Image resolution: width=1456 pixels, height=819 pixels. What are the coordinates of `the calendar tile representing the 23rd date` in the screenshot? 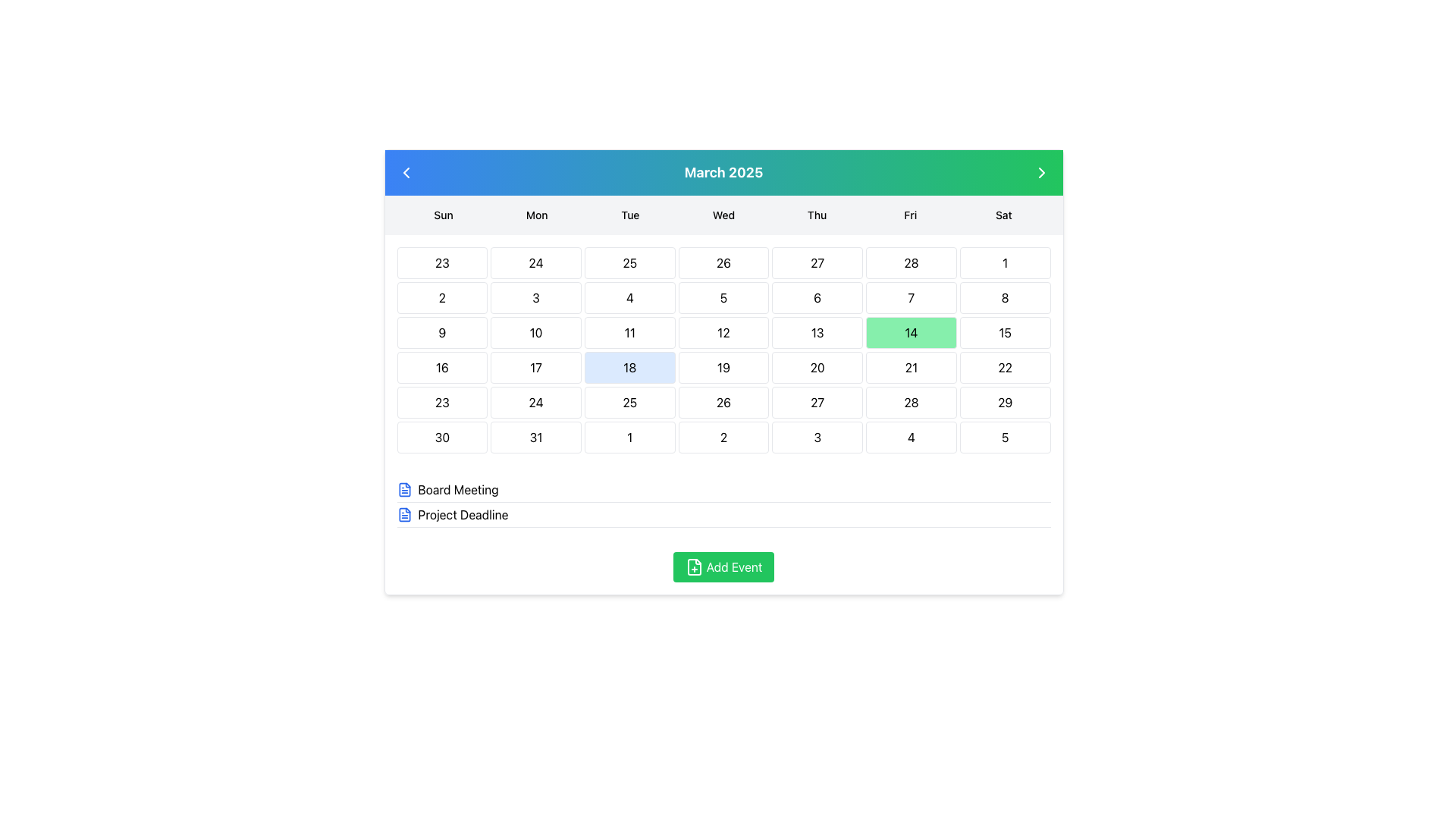 It's located at (441, 262).